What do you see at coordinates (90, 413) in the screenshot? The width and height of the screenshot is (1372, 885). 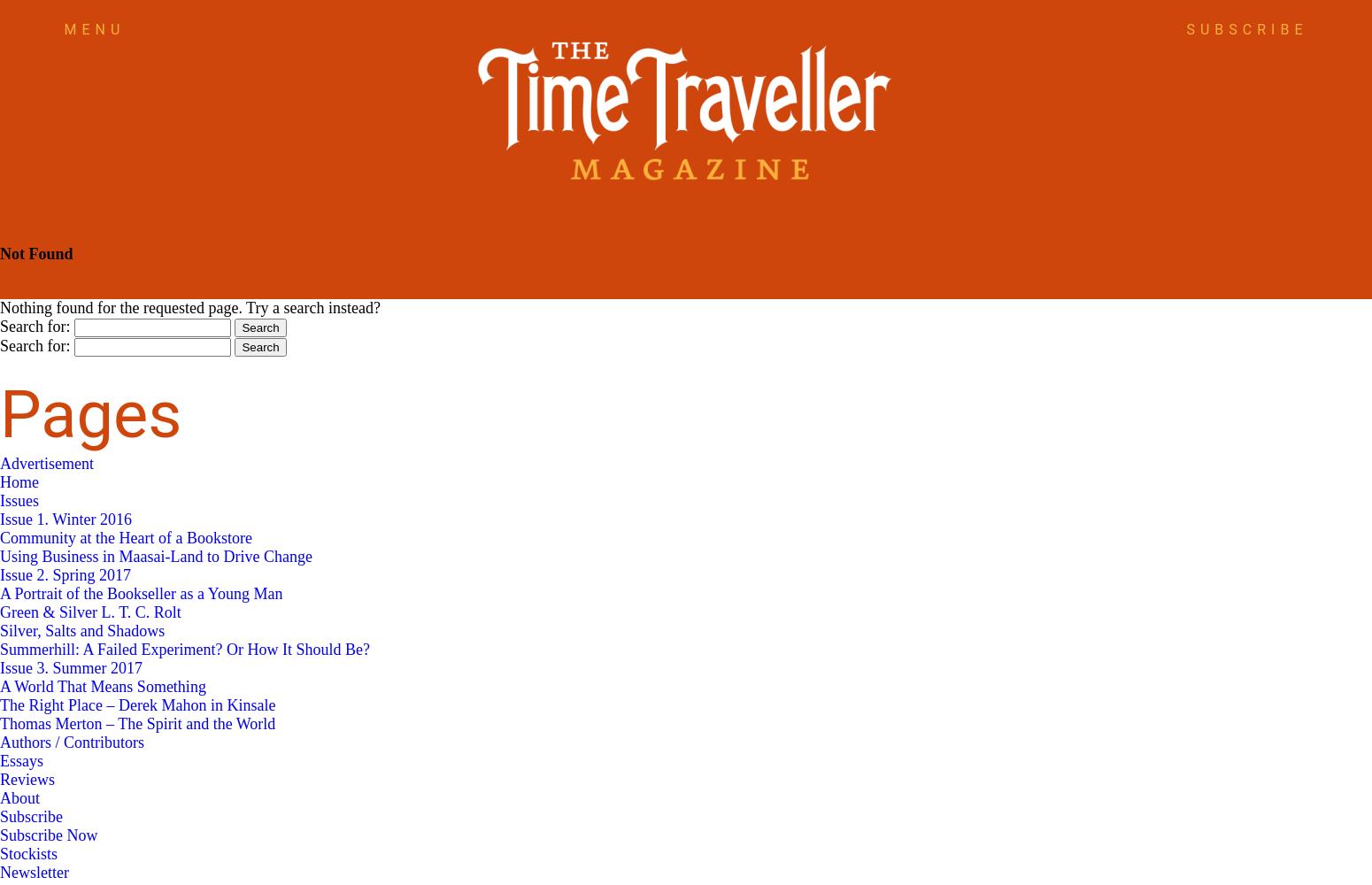 I see `'Pages'` at bounding box center [90, 413].